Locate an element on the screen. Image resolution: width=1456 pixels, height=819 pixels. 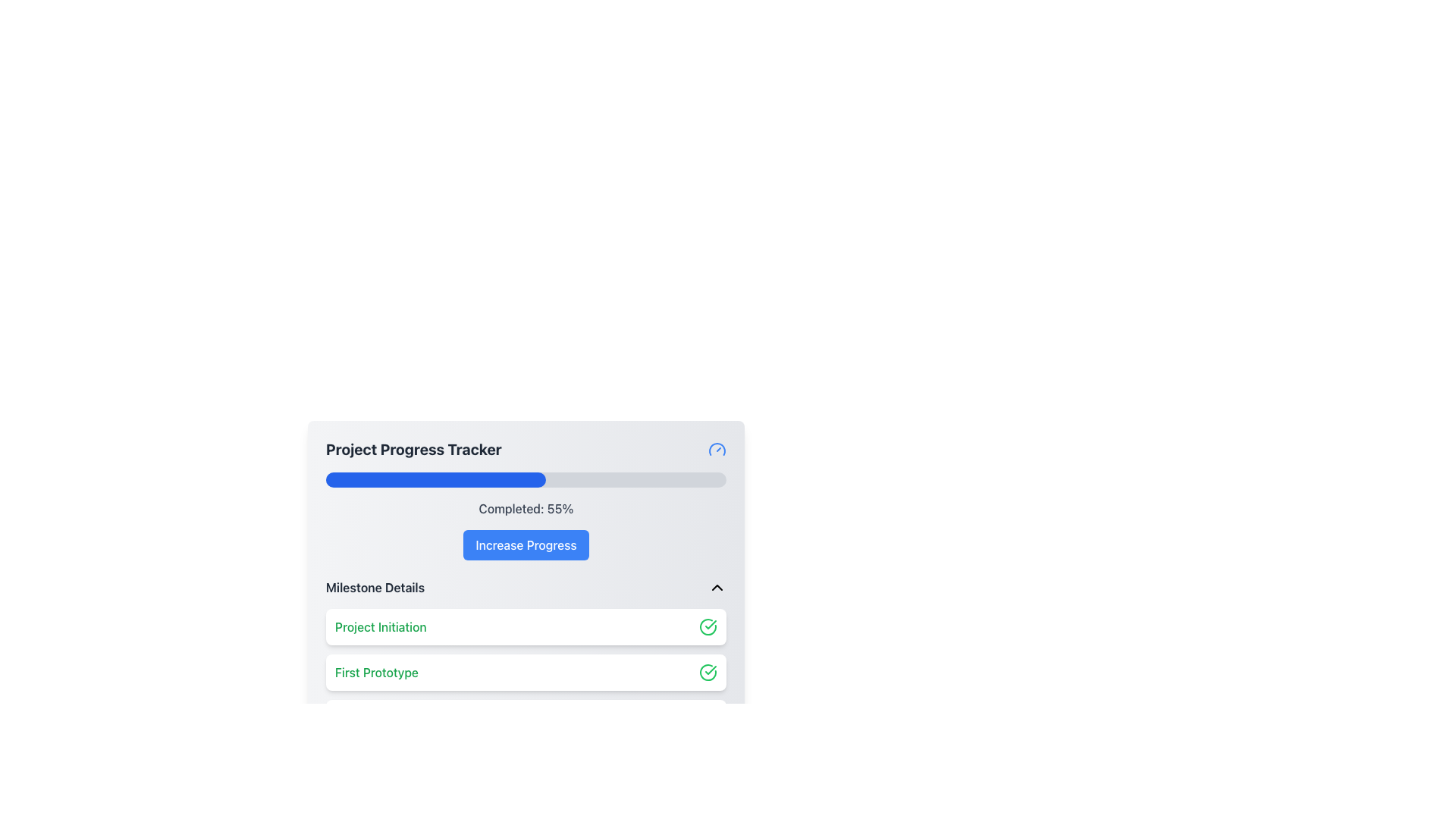
the completion icon for the 'First Prototype' milestone, located to the far right of the row labeled 'First Prototype' is located at coordinates (708, 672).